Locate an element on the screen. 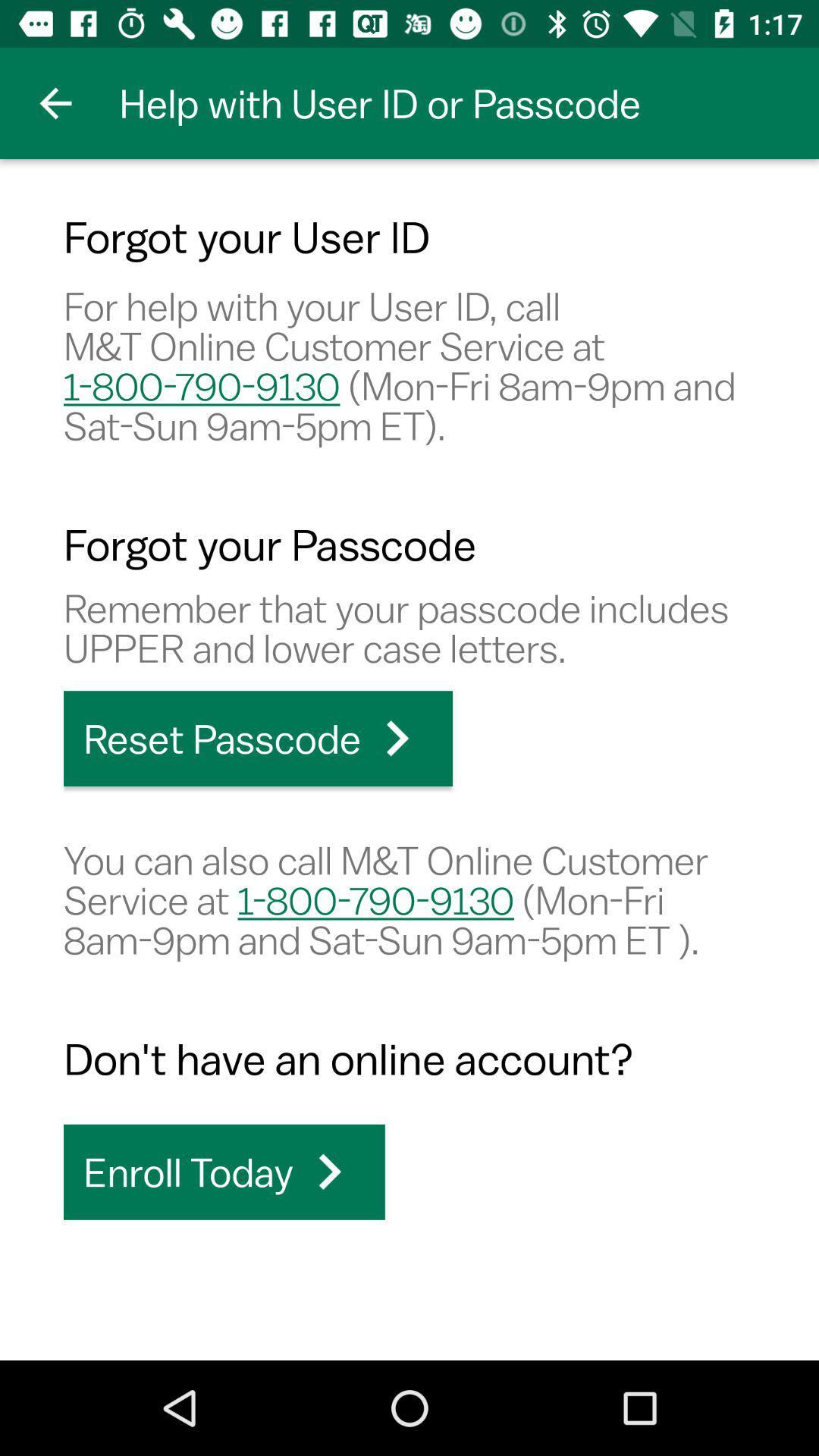  app to the left of help with user item is located at coordinates (55, 102).